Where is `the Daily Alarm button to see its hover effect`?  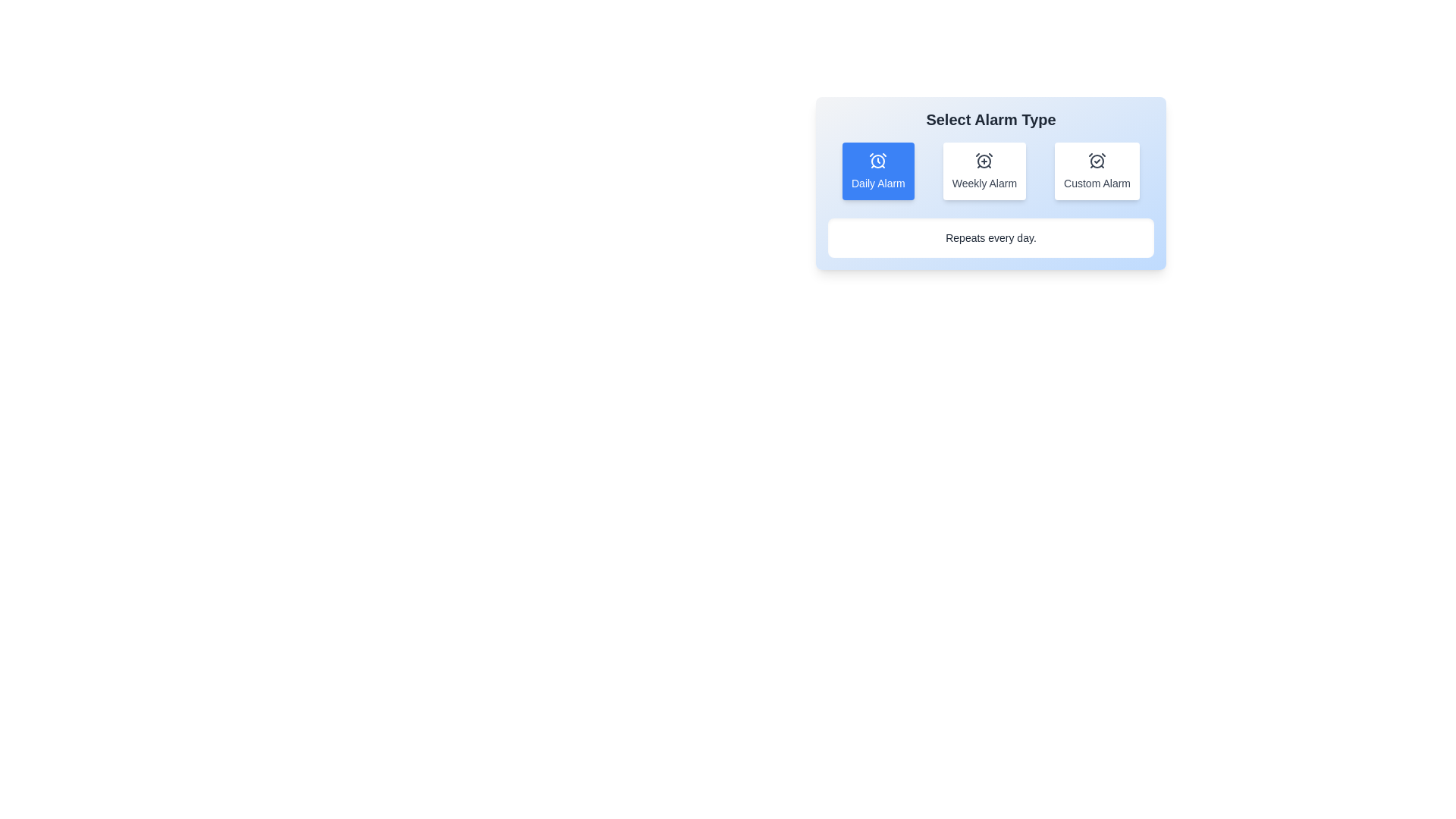 the Daily Alarm button to see its hover effect is located at coordinates (878, 171).